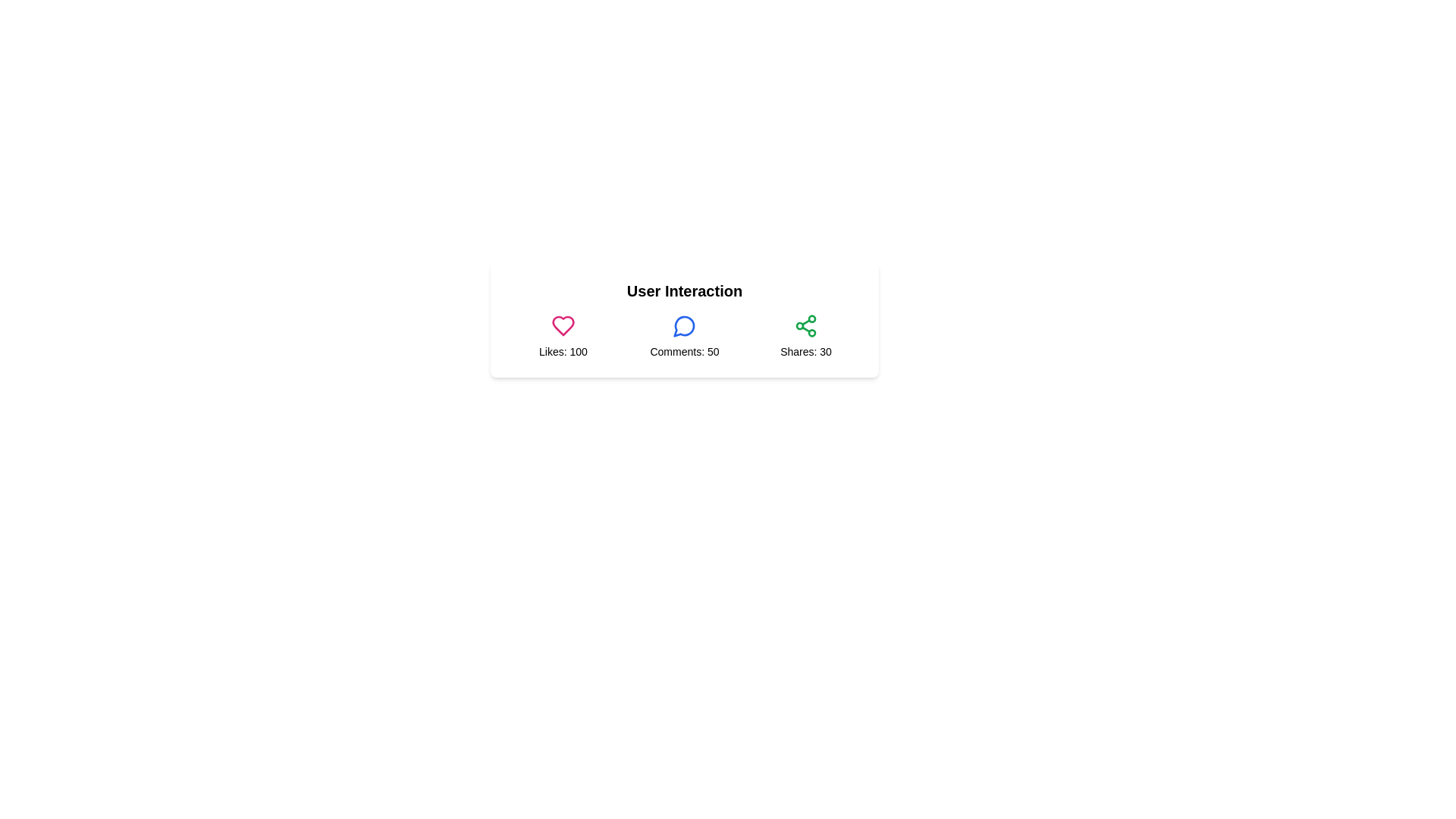 Image resolution: width=1456 pixels, height=819 pixels. What do you see at coordinates (805, 325) in the screenshot?
I see `the green share symbol icon located in the 'Shares: 30' section, which is the rightmost icon in the 'User Interaction' section` at bounding box center [805, 325].